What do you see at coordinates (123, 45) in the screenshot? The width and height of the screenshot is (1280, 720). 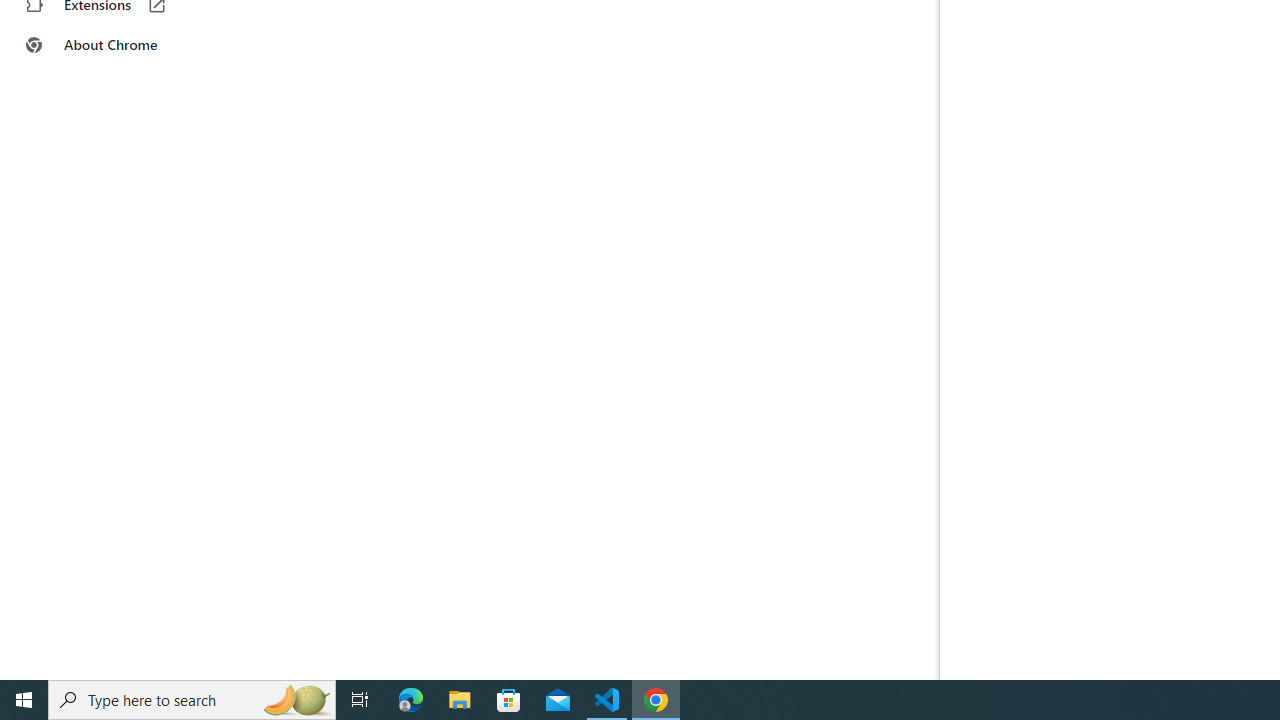 I see `'About Chrome'` at bounding box center [123, 45].